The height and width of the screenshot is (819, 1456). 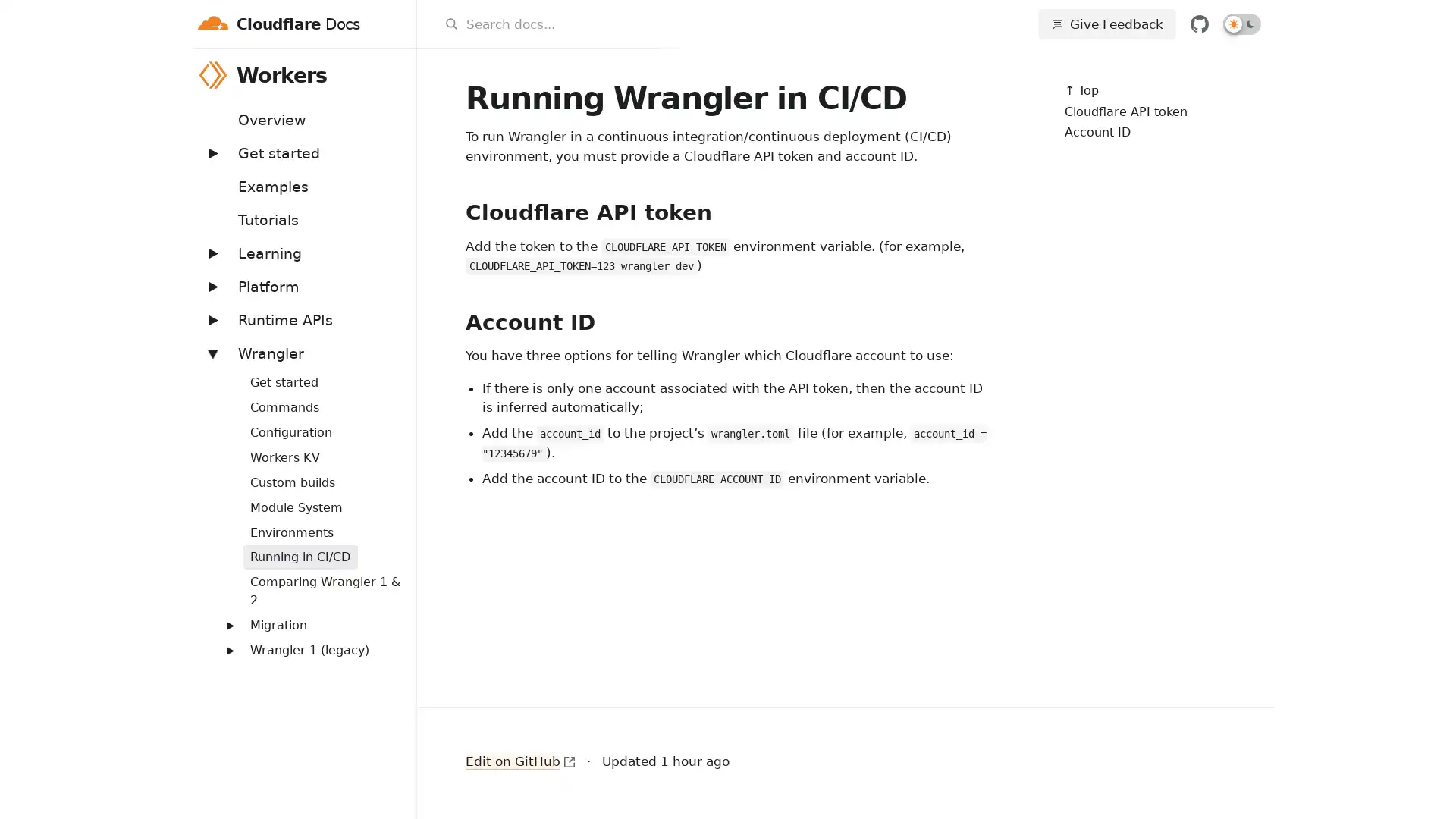 I want to click on Expand: Bindings, so click(x=221, y=339).